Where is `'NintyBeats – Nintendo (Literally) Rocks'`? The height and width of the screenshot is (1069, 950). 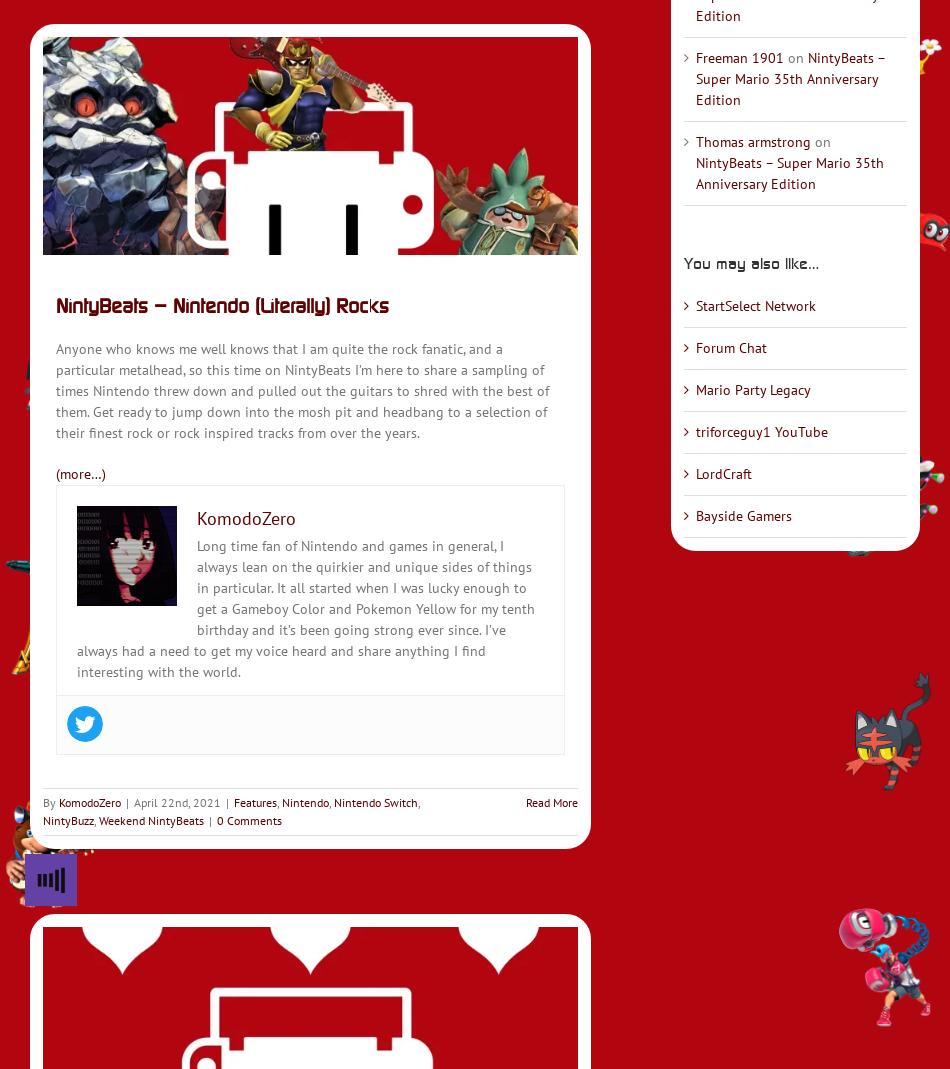 'NintyBeats – Nintendo (Literally) Rocks' is located at coordinates (222, 303).